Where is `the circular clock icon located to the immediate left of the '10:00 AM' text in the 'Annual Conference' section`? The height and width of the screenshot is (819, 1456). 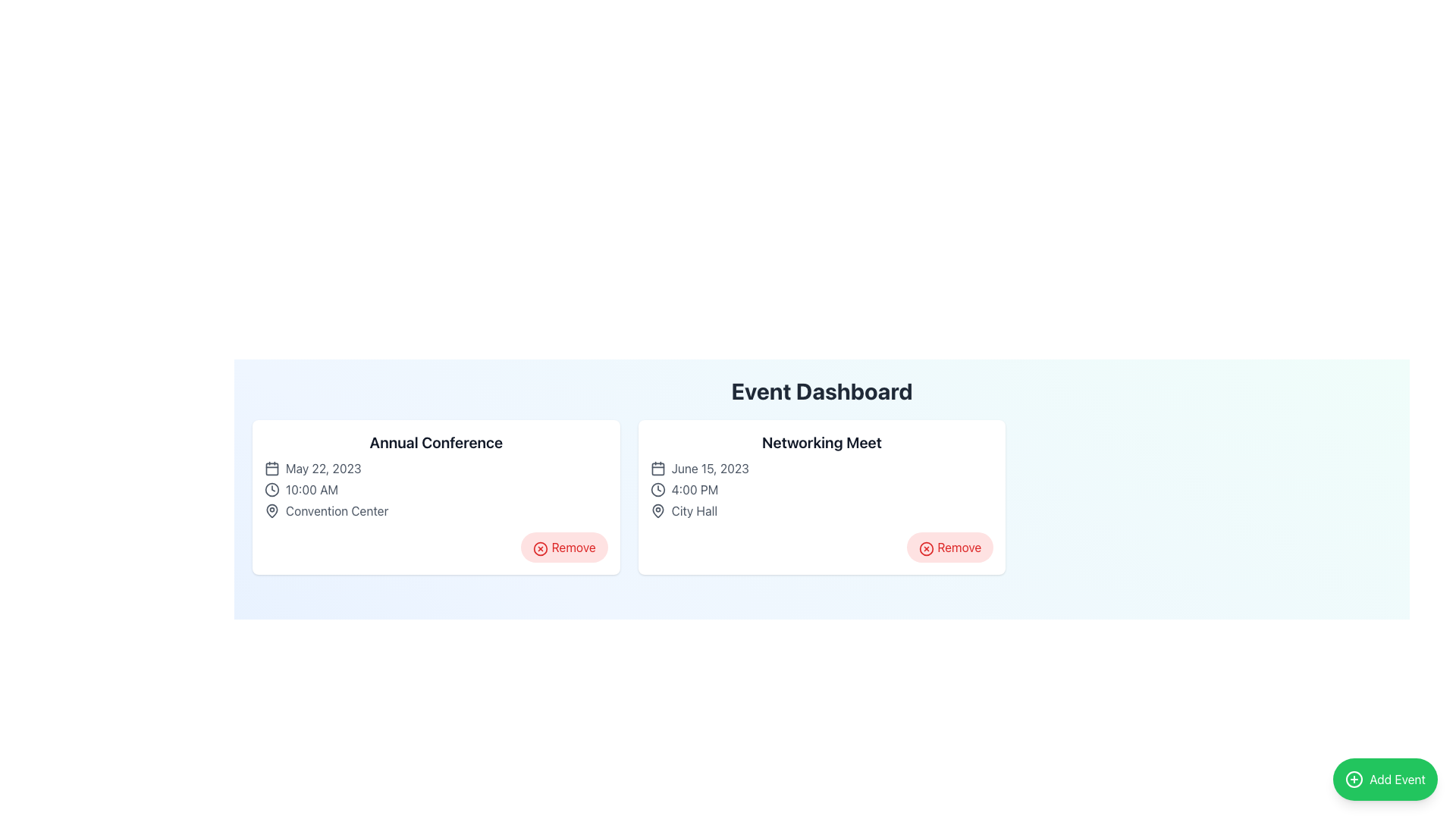
the circular clock icon located to the immediate left of the '10:00 AM' text in the 'Annual Conference' section is located at coordinates (272, 489).